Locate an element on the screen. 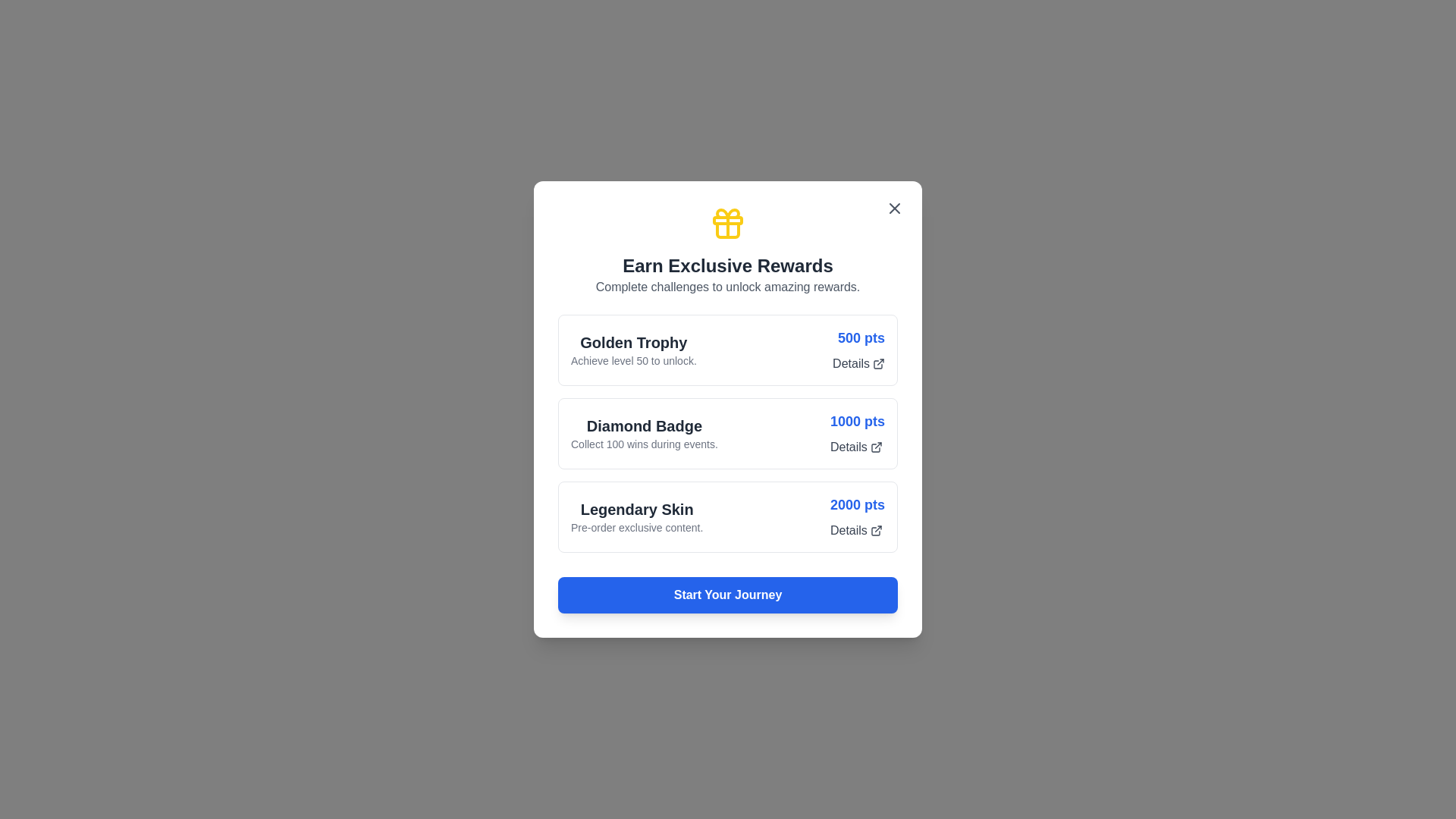 This screenshot has height=819, width=1456. the 'Details' hyperlink labeled with gray font and an underline on hover, located under the 'Diamond Badge' section is located at coordinates (856, 447).